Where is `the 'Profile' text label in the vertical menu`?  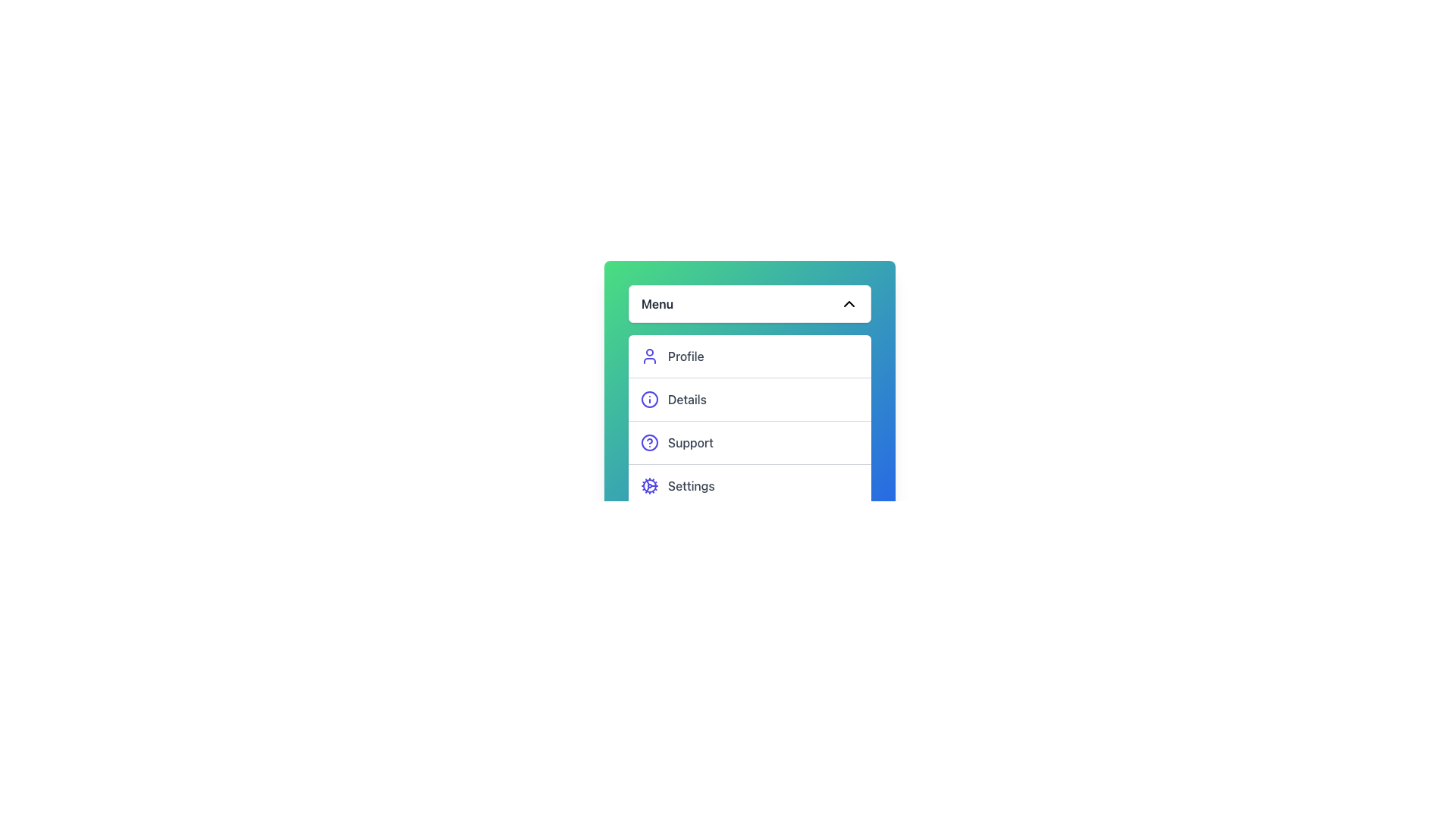
the 'Profile' text label in the vertical menu is located at coordinates (685, 356).